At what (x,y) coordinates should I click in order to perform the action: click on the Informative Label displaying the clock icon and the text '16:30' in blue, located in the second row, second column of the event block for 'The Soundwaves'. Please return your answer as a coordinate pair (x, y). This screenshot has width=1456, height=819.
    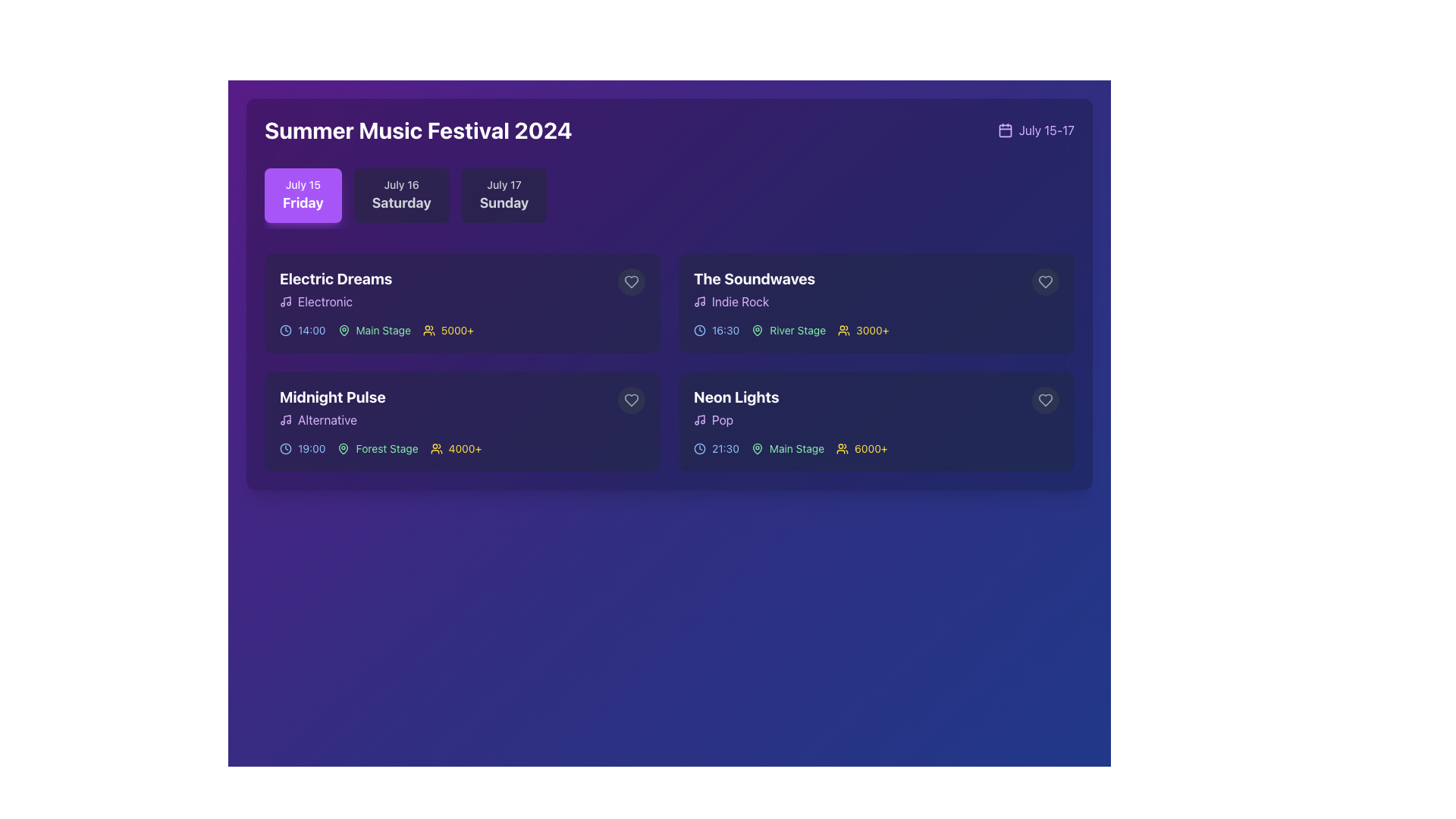
    Looking at the image, I should click on (716, 329).